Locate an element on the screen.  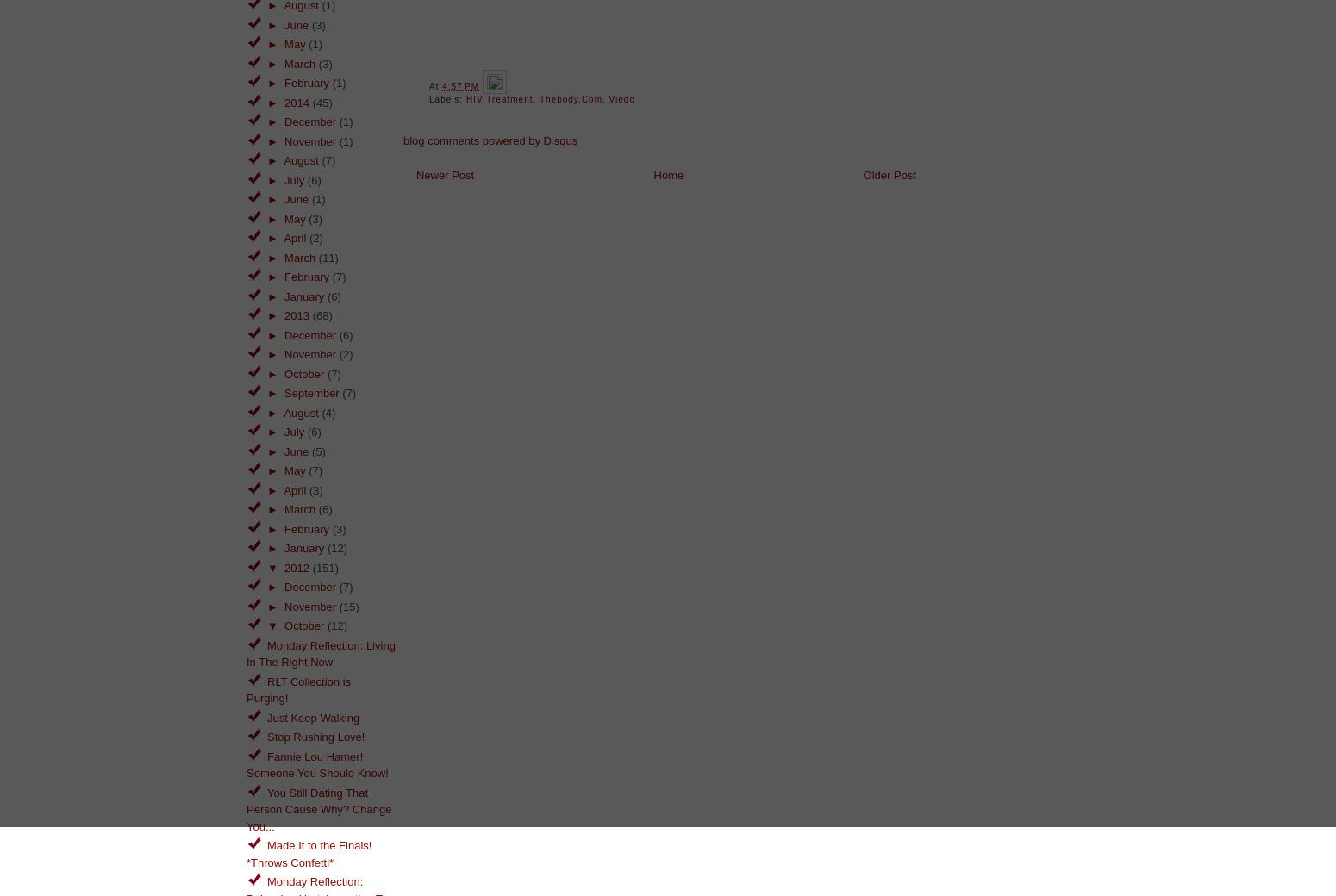
'at' is located at coordinates (434, 85).